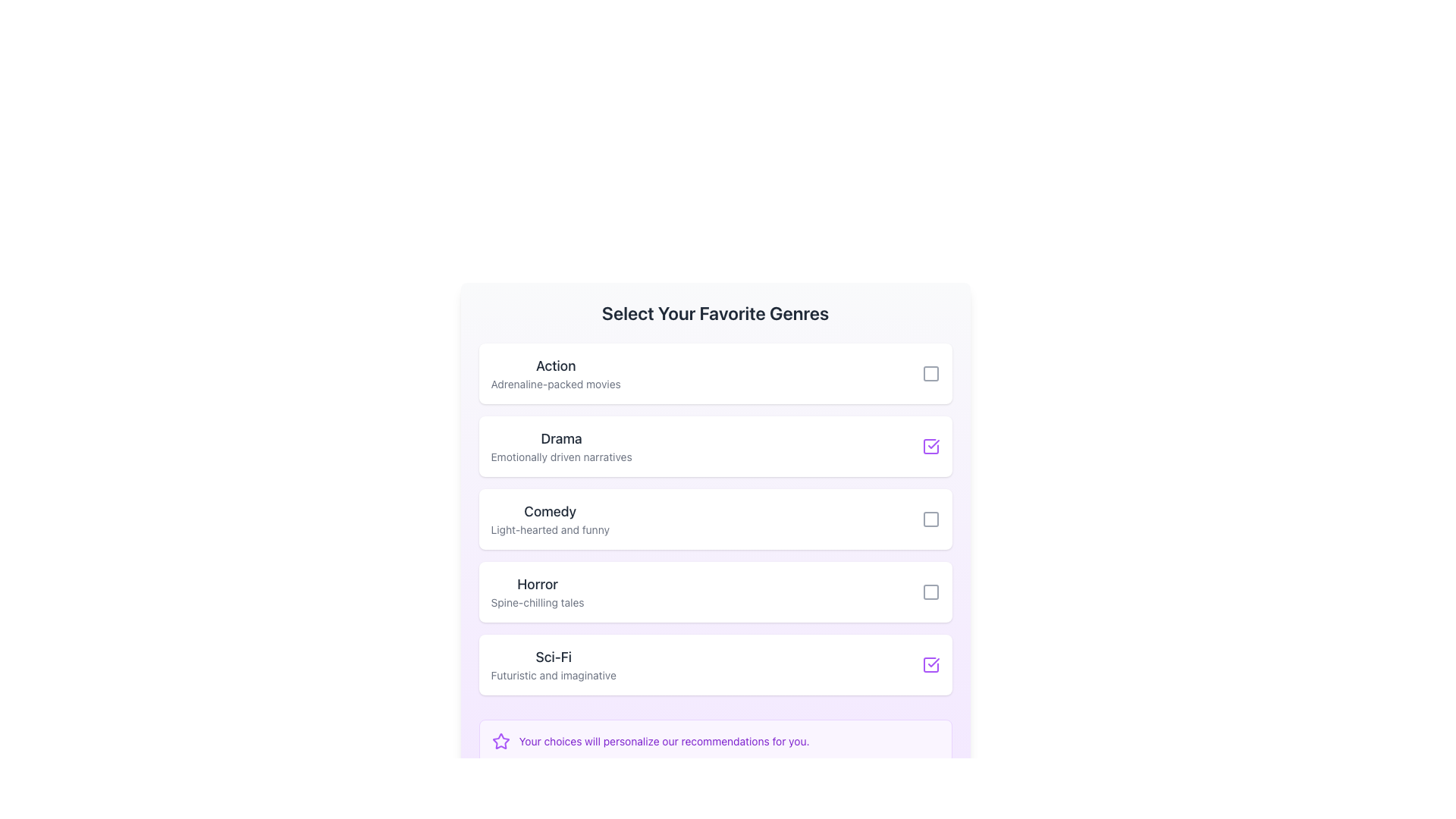  Describe the element at coordinates (549, 512) in the screenshot. I see `the 'Comedy' genre title text label` at that location.